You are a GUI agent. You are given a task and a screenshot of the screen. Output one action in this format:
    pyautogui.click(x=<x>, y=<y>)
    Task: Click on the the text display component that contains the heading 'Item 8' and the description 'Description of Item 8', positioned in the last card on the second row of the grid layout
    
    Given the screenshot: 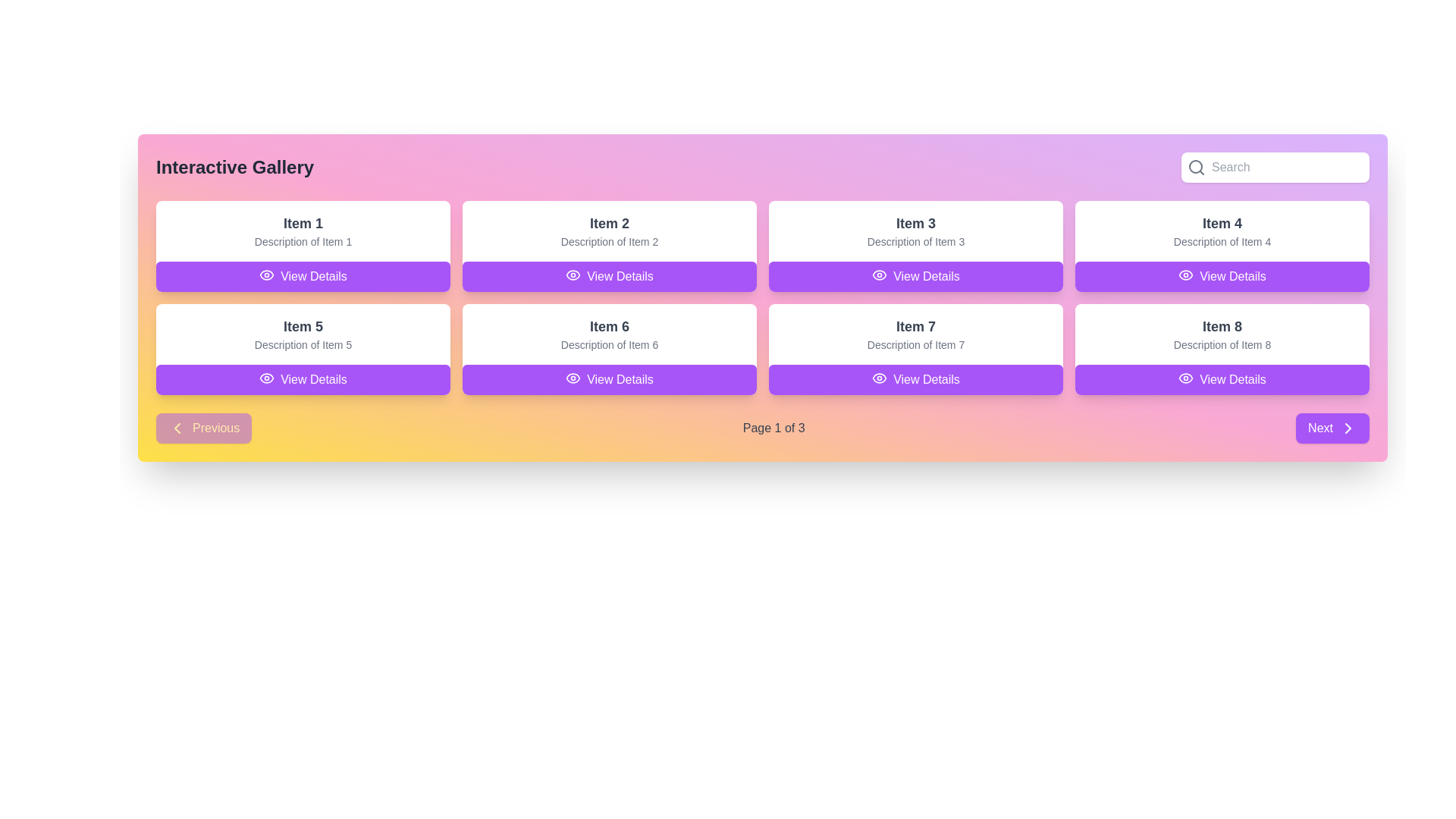 What is the action you would take?
    pyautogui.click(x=1222, y=333)
    